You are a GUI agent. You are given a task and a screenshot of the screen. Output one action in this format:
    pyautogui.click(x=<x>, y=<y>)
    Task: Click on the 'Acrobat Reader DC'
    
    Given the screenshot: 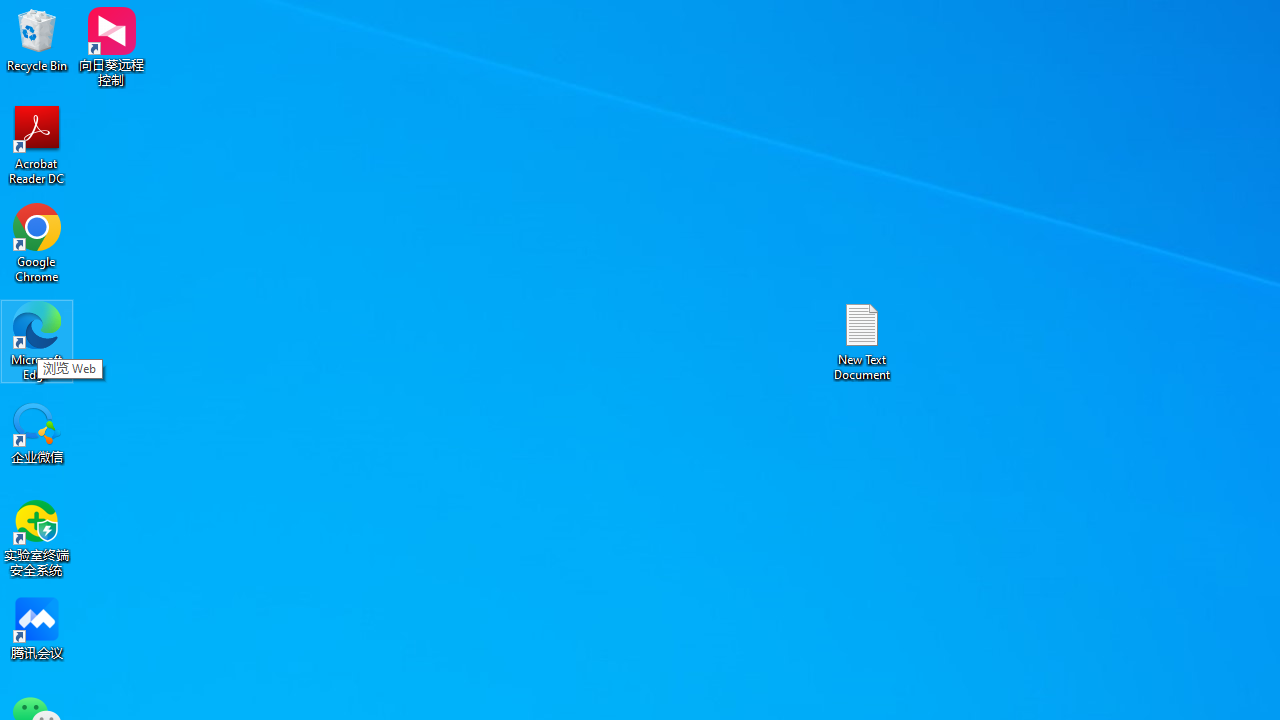 What is the action you would take?
    pyautogui.click(x=37, y=144)
    